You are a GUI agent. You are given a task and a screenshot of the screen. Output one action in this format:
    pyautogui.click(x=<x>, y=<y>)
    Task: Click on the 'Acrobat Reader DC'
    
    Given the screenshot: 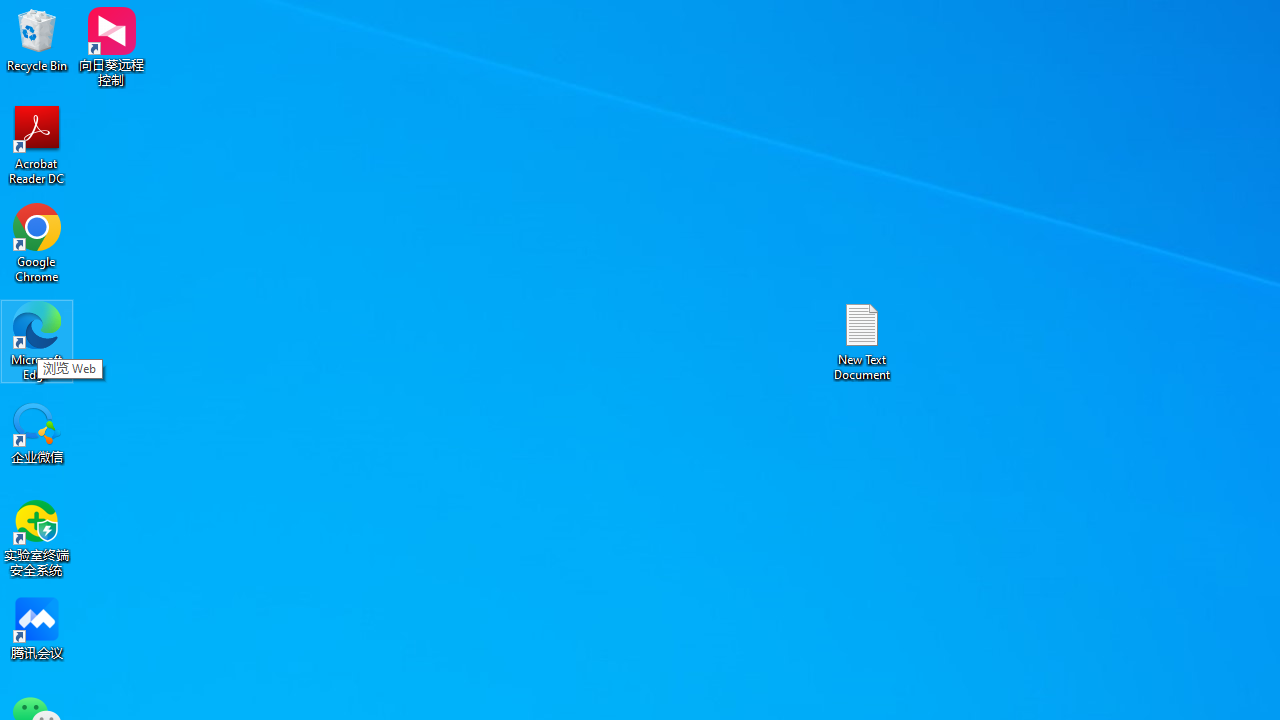 What is the action you would take?
    pyautogui.click(x=37, y=144)
    